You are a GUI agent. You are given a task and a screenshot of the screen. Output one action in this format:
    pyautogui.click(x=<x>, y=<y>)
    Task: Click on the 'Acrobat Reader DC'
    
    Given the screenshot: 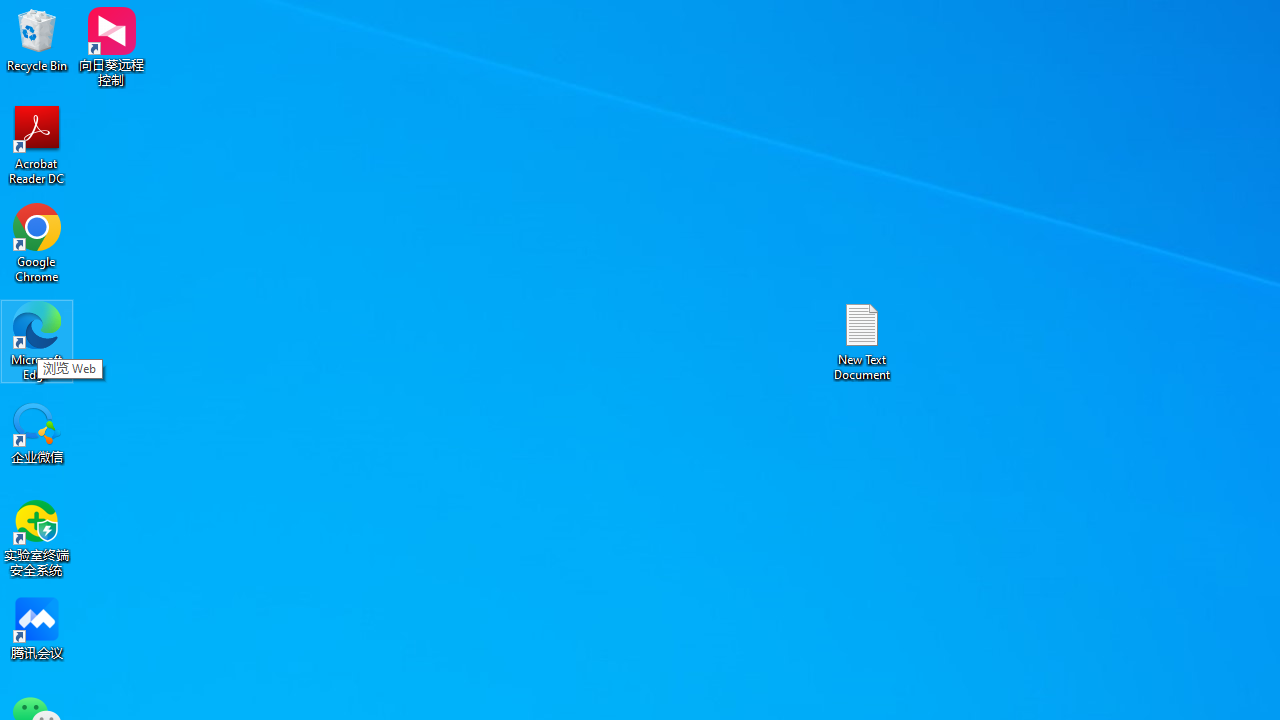 What is the action you would take?
    pyautogui.click(x=37, y=144)
    